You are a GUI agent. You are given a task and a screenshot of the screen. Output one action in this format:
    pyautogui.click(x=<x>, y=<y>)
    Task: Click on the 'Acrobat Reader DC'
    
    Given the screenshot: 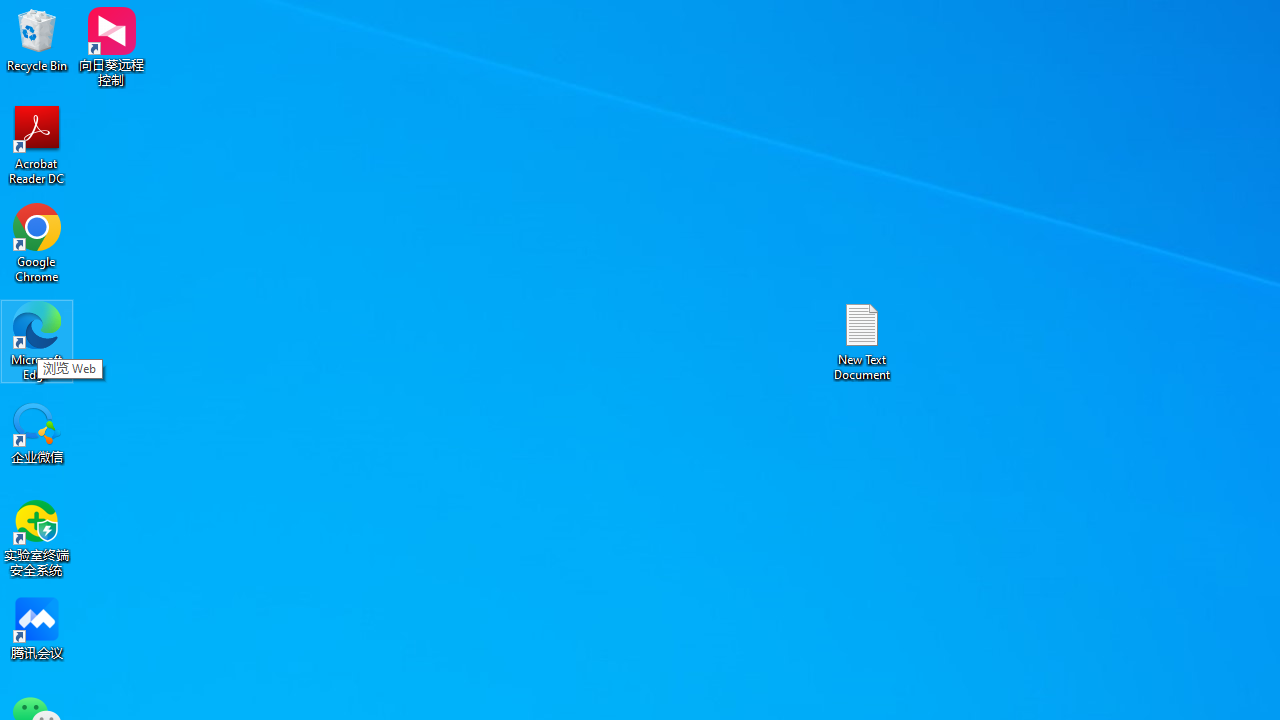 What is the action you would take?
    pyautogui.click(x=37, y=144)
    